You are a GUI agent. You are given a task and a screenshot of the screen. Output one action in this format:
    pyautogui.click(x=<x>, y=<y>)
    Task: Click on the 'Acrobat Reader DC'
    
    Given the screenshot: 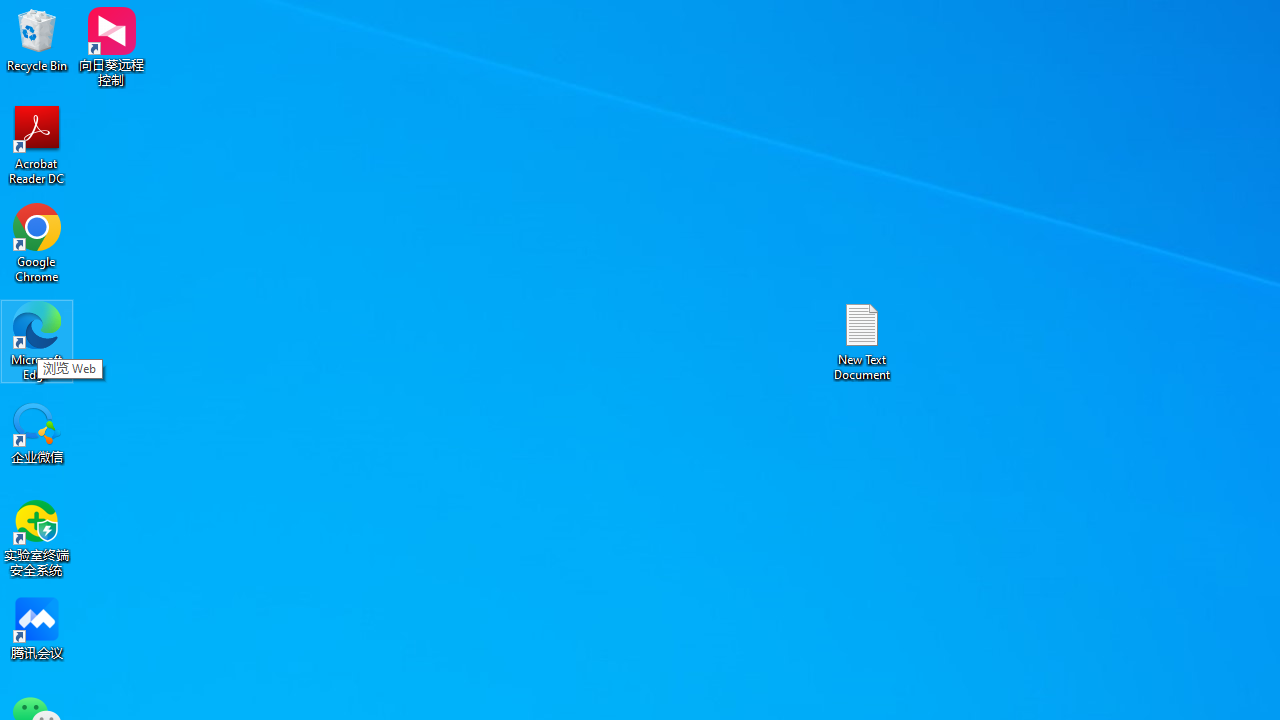 What is the action you would take?
    pyautogui.click(x=37, y=144)
    